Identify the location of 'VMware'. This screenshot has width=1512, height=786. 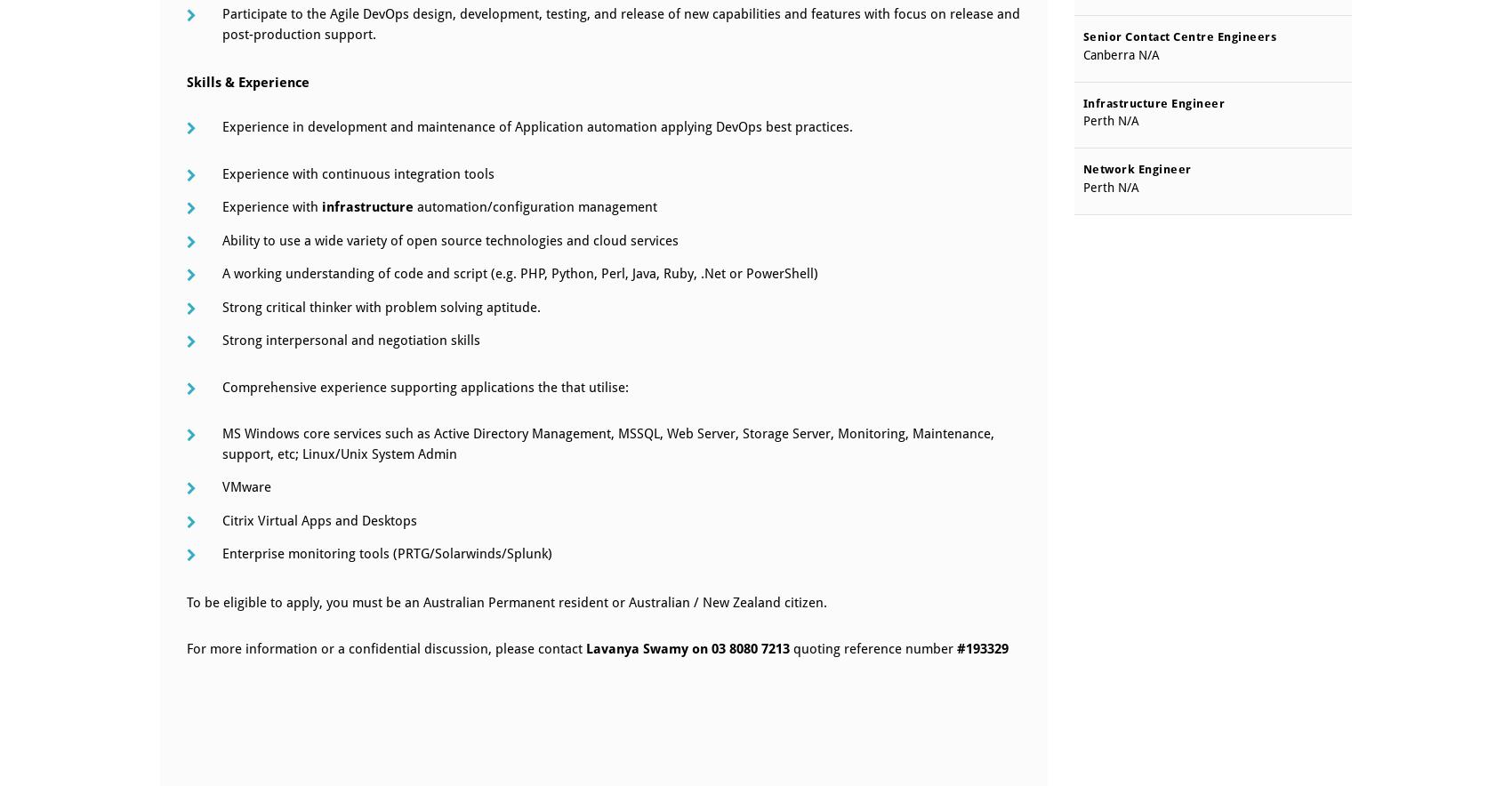
(246, 486).